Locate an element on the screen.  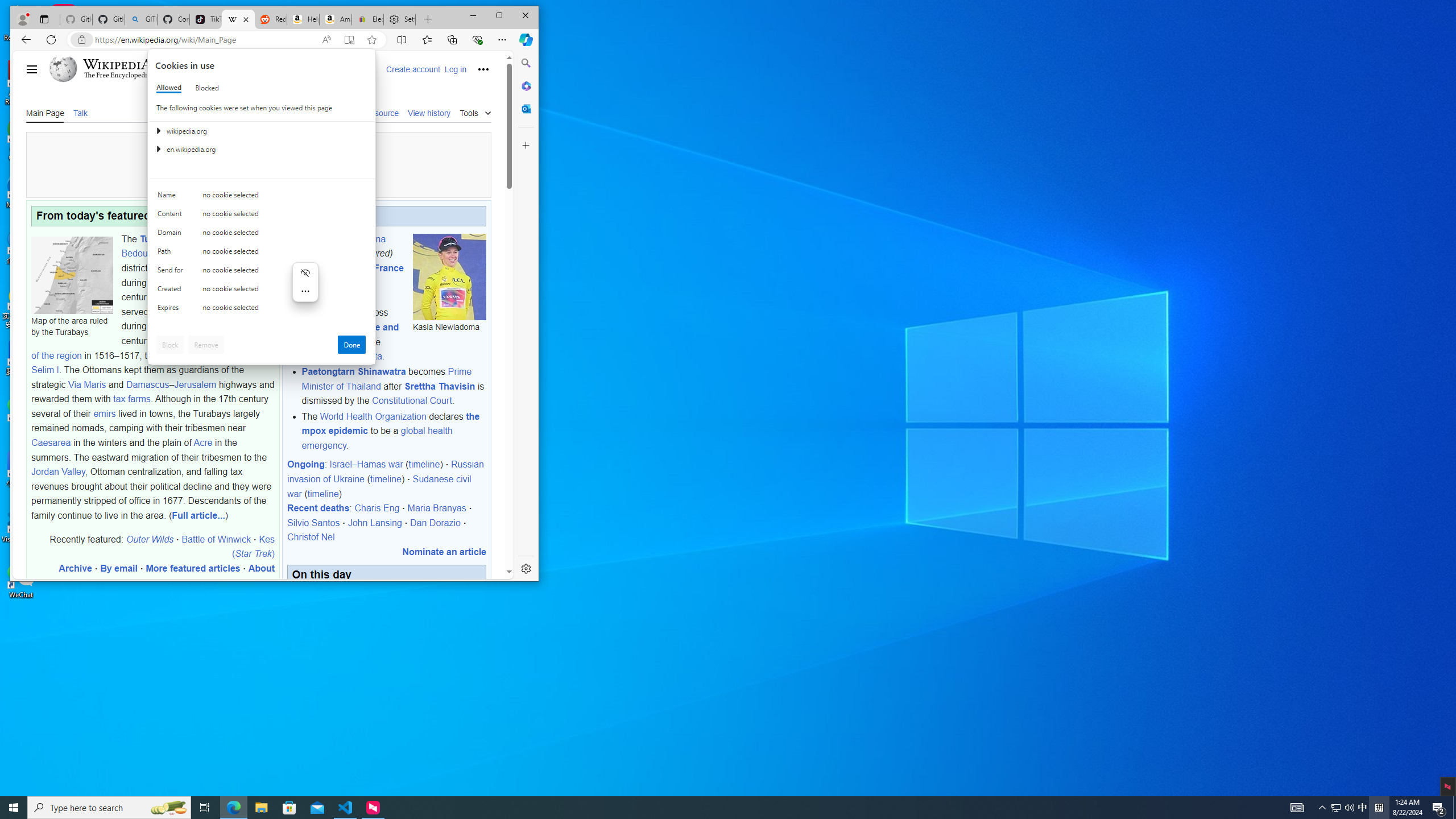
'File Explorer' is located at coordinates (260, 806).